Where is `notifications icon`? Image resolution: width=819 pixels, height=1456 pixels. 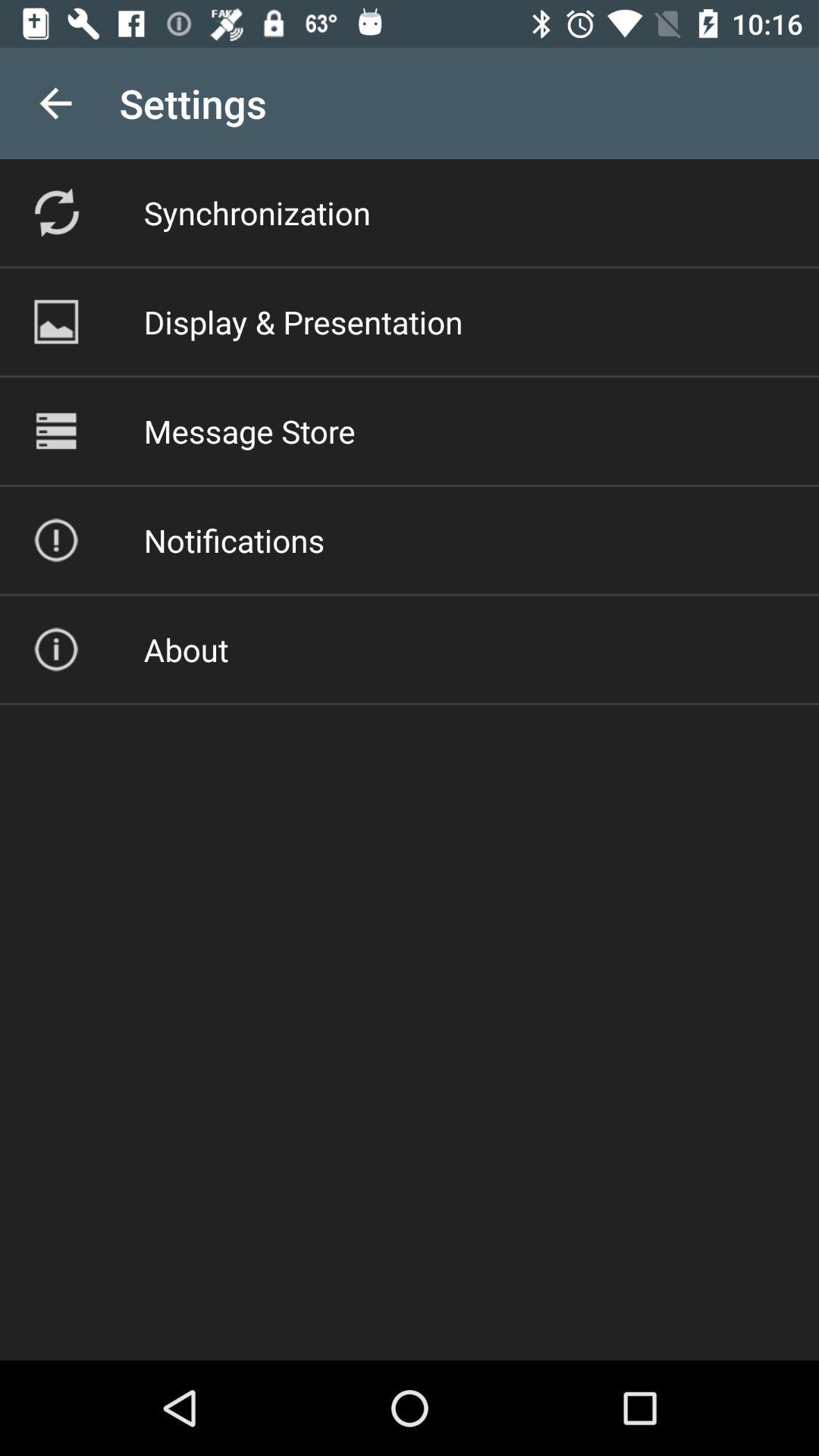 notifications icon is located at coordinates (234, 540).